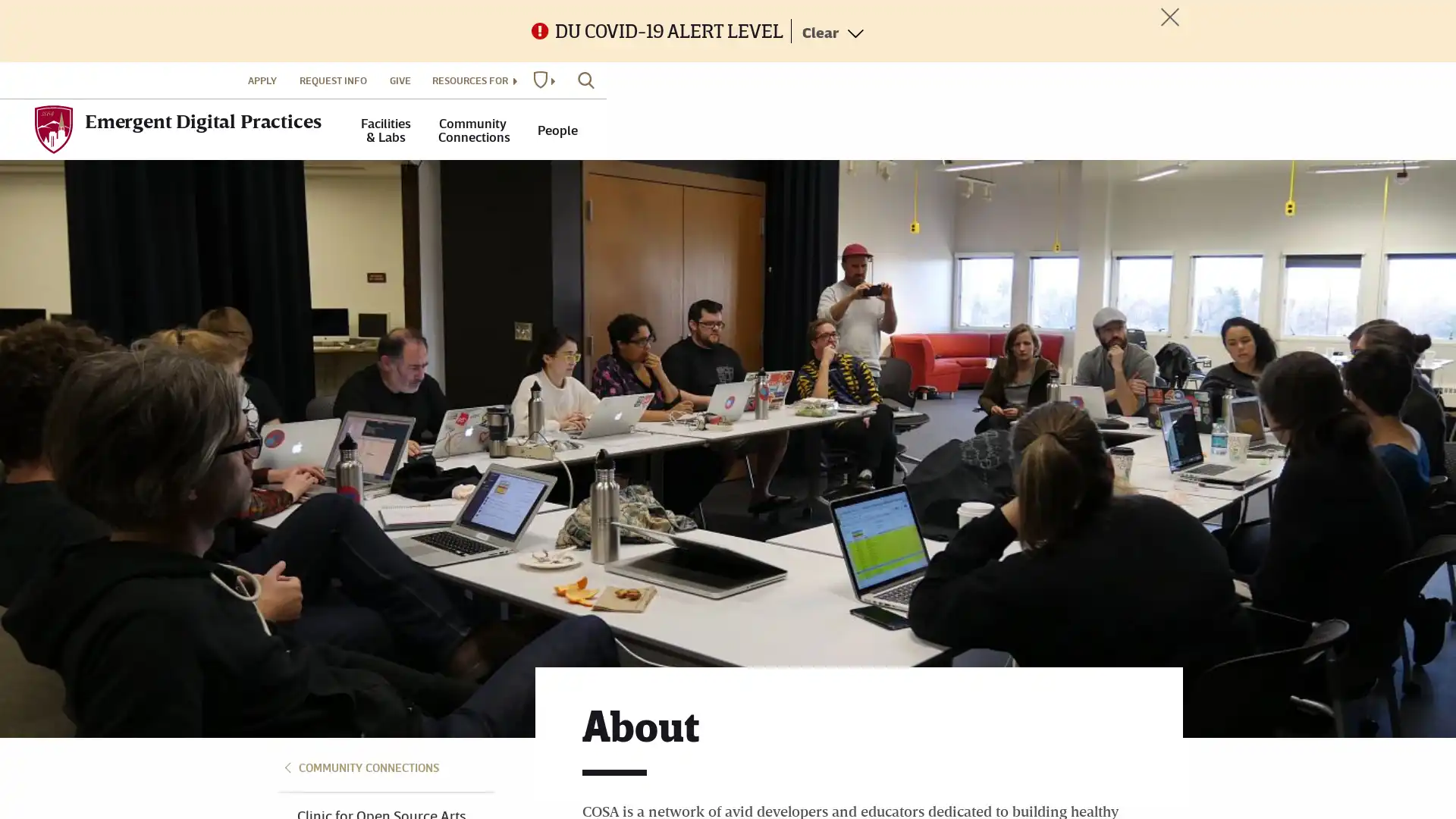  Describe the element at coordinates (909, 80) in the screenshot. I see `REQUEST INFO` at that location.